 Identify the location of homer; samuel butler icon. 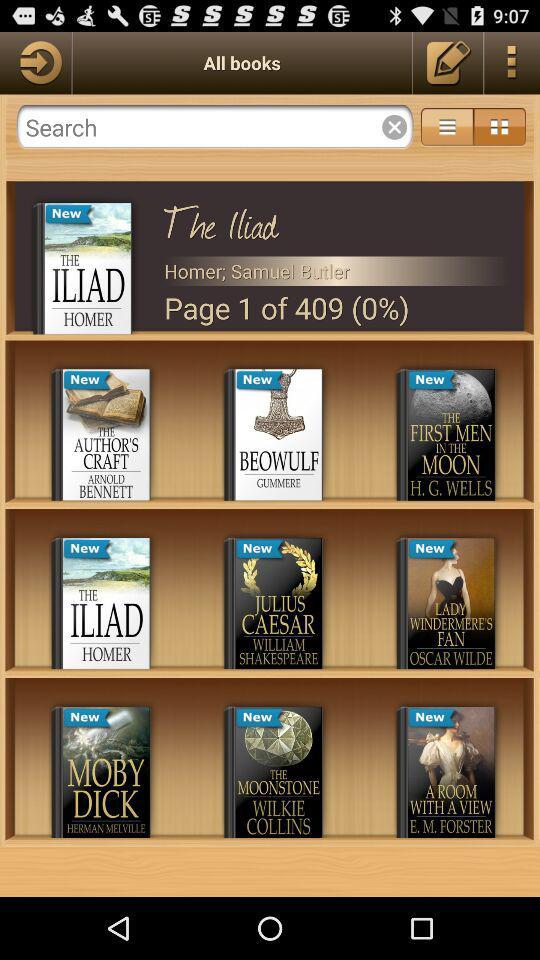
(336, 270).